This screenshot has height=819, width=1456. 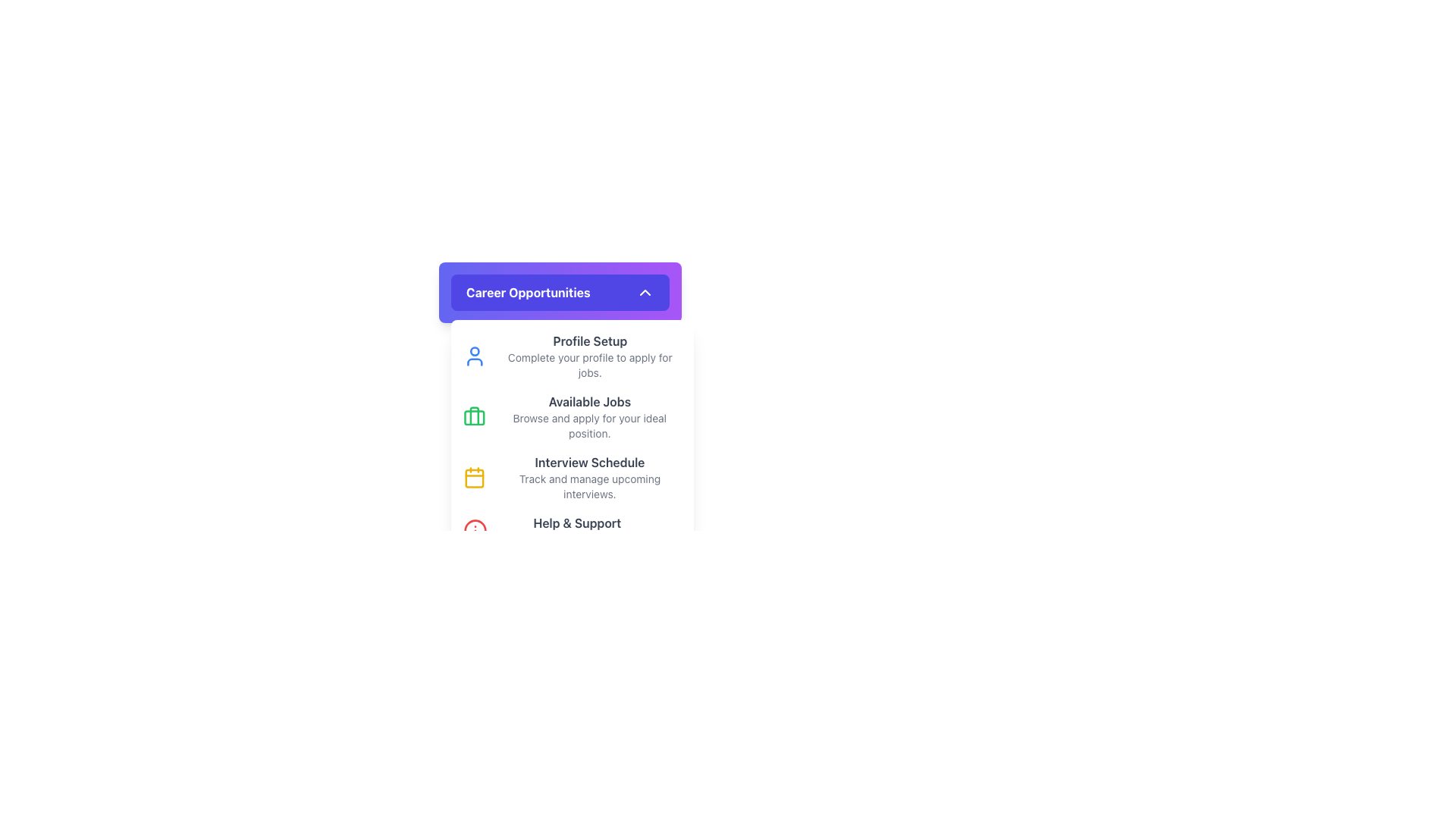 What do you see at coordinates (588, 426) in the screenshot?
I see `the supplementary information text located under the 'Available Jobs' title in the 'Career Opportunities' section` at bounding box center [588, 426].